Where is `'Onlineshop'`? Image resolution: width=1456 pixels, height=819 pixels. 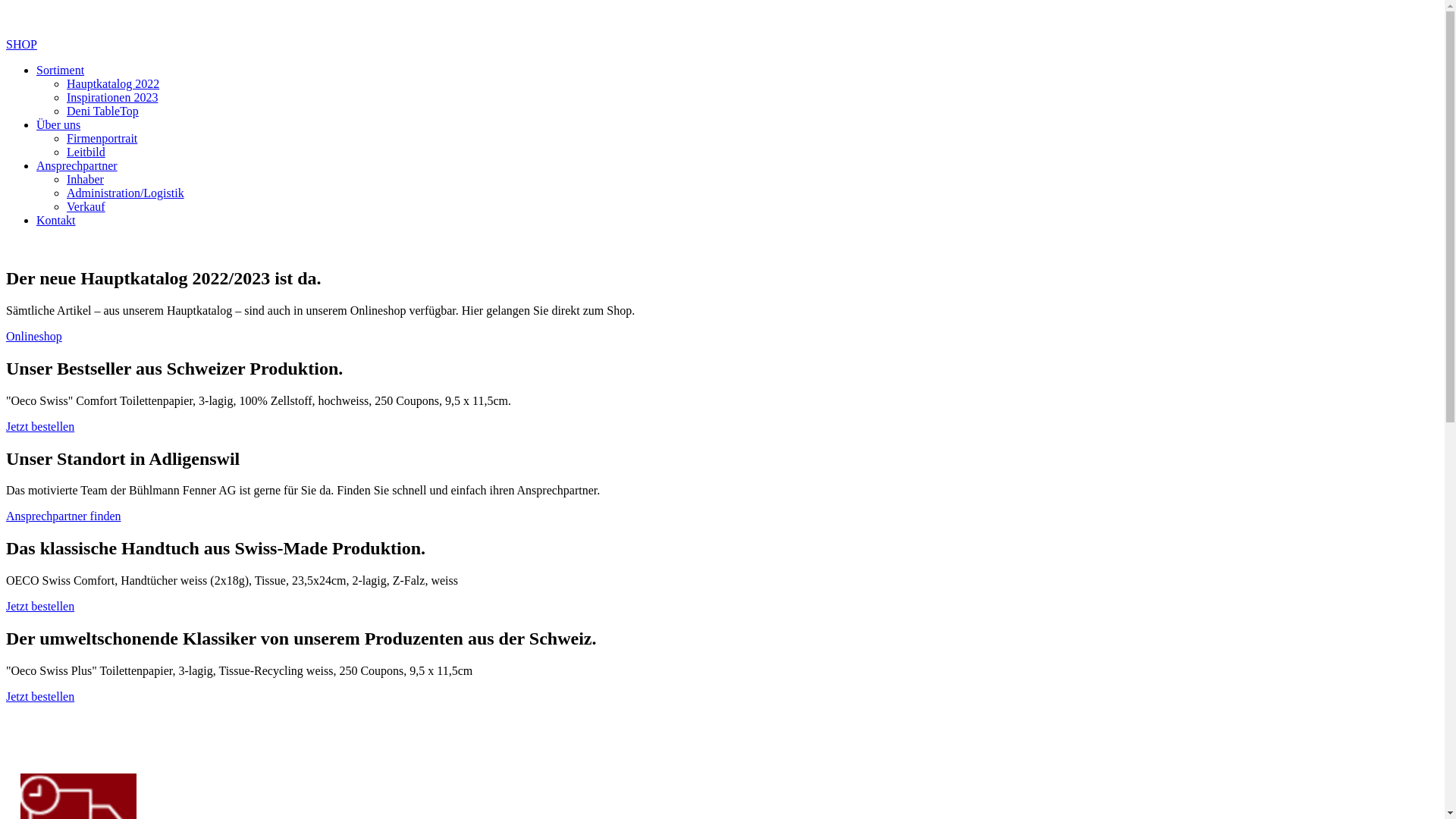
'Onlineshop' is located at coordinates (33, 335).